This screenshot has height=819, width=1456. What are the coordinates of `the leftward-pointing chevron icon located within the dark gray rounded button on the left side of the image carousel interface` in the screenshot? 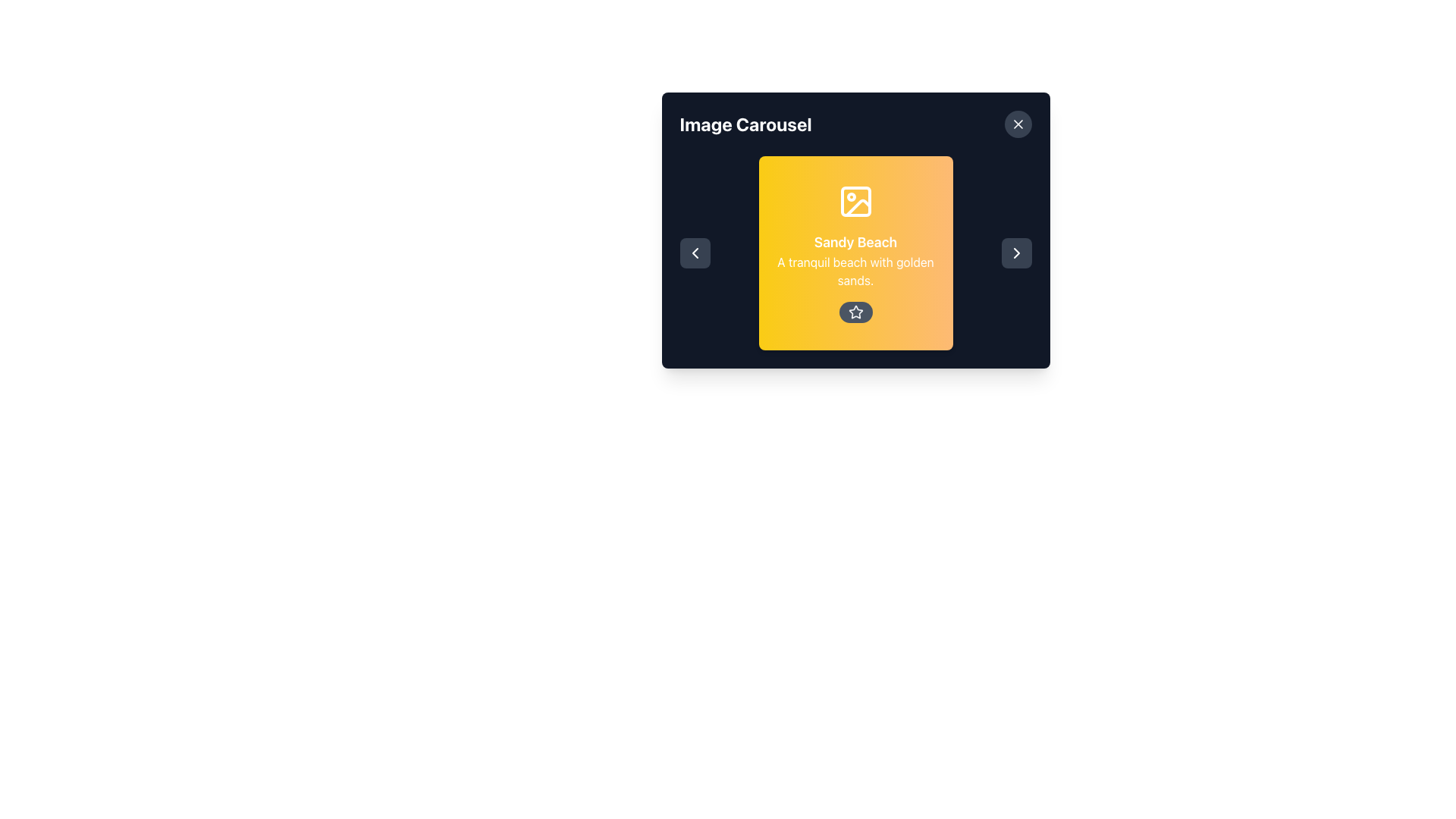 It's located at (694, 253).